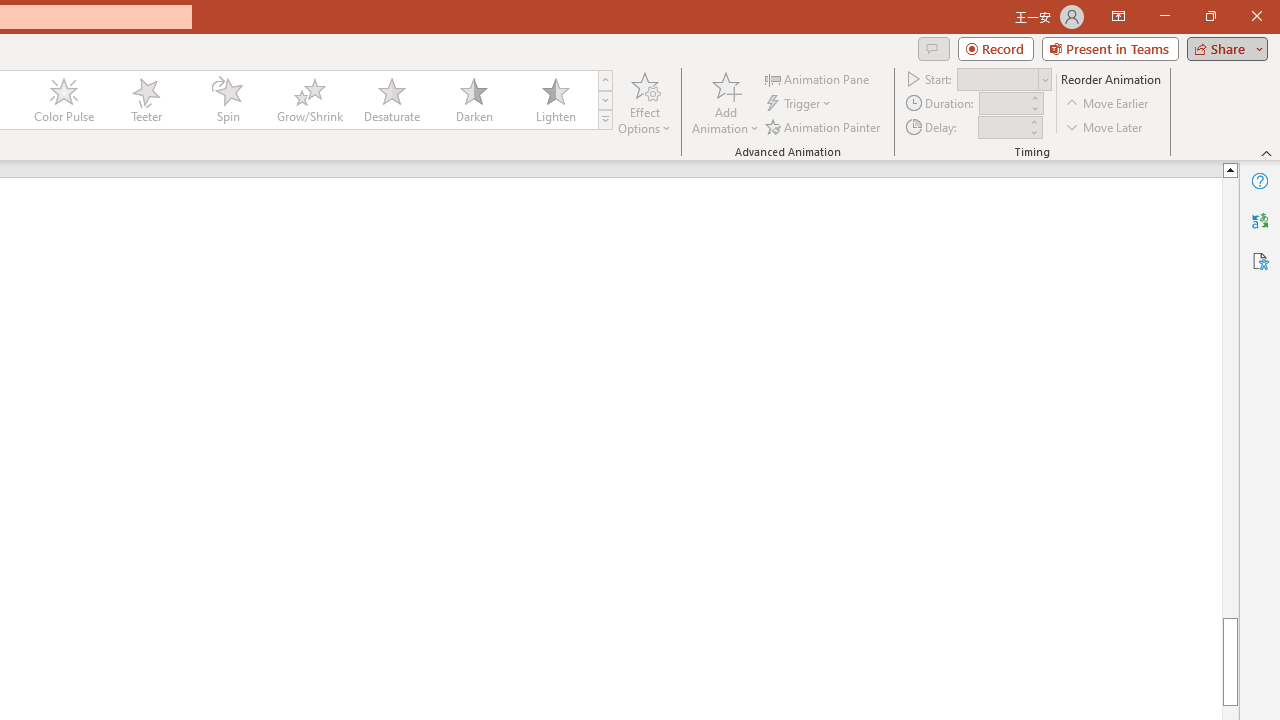  What do you see at coordinates (391, 100) in the screenshot?
I see `'Desaturate'` at bounding box center [391, 100].